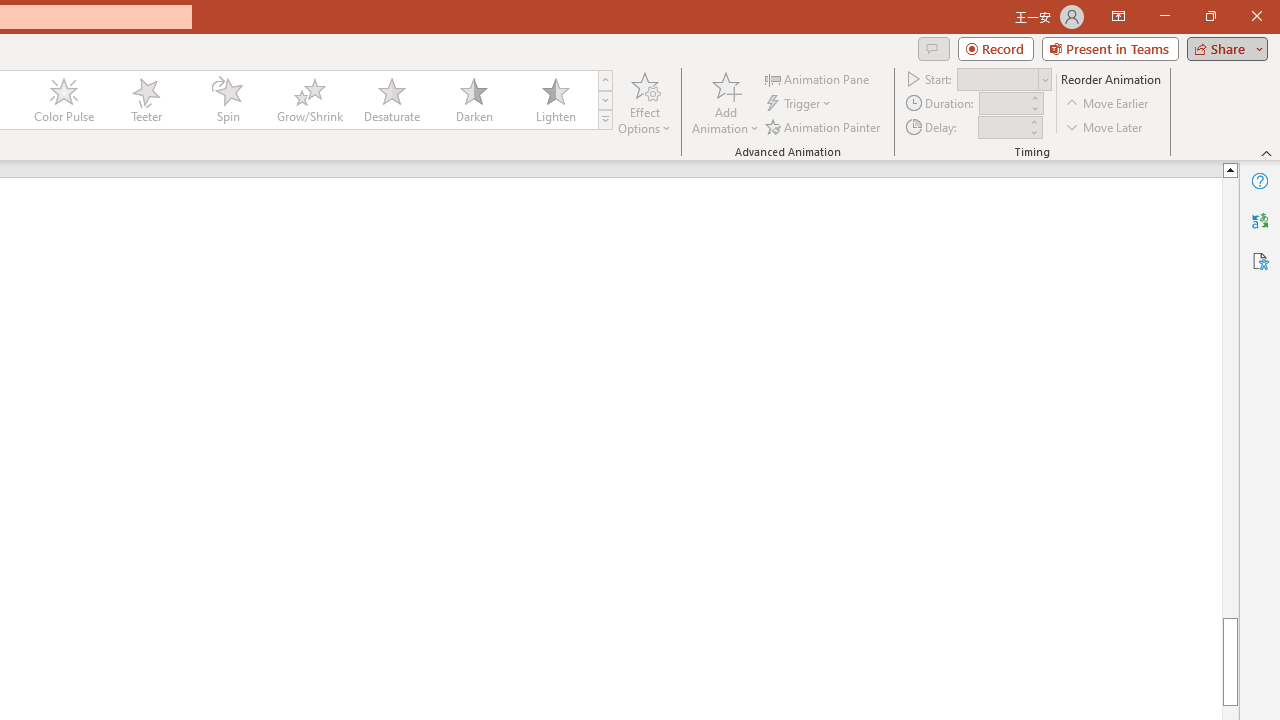  What do you see at coordinates (391, 100) in the screenshot?
I see `'Desaturate'` at bounding box center [391, 100].